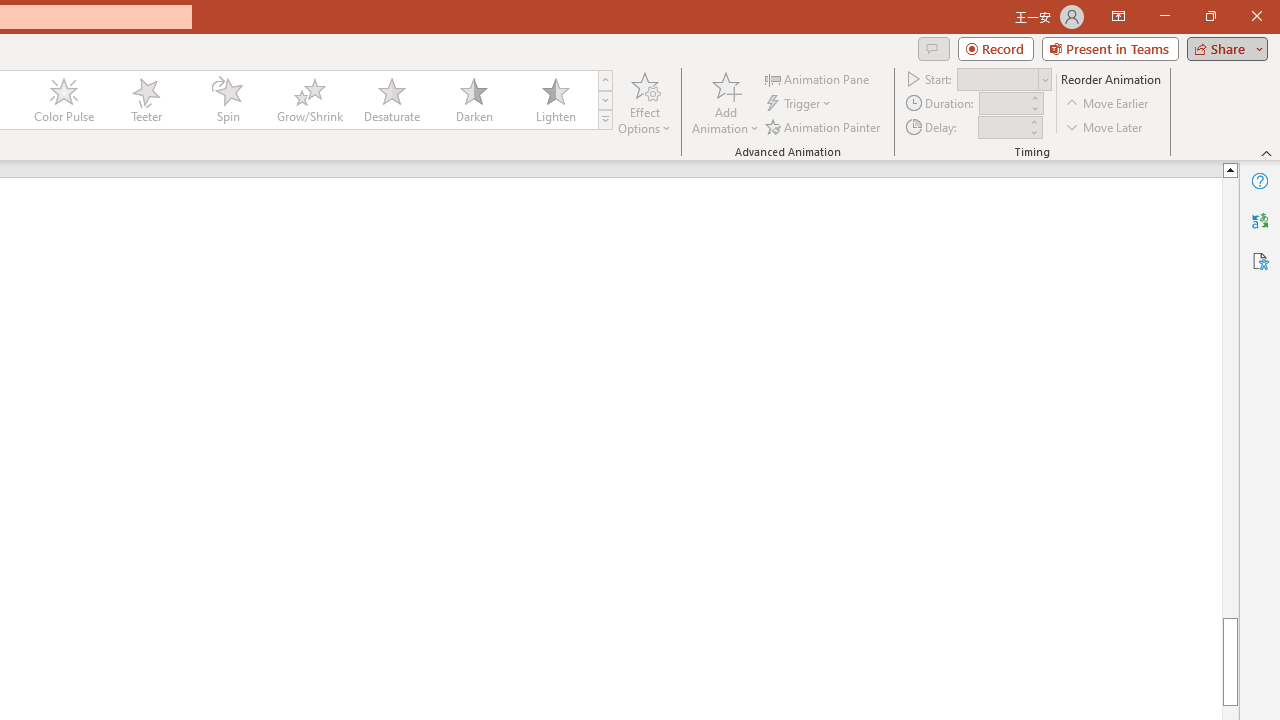  What do you see at coordinates (391, 100) in the screenshot?
I see `'Desaturate'` at bounding box center [391, 100].